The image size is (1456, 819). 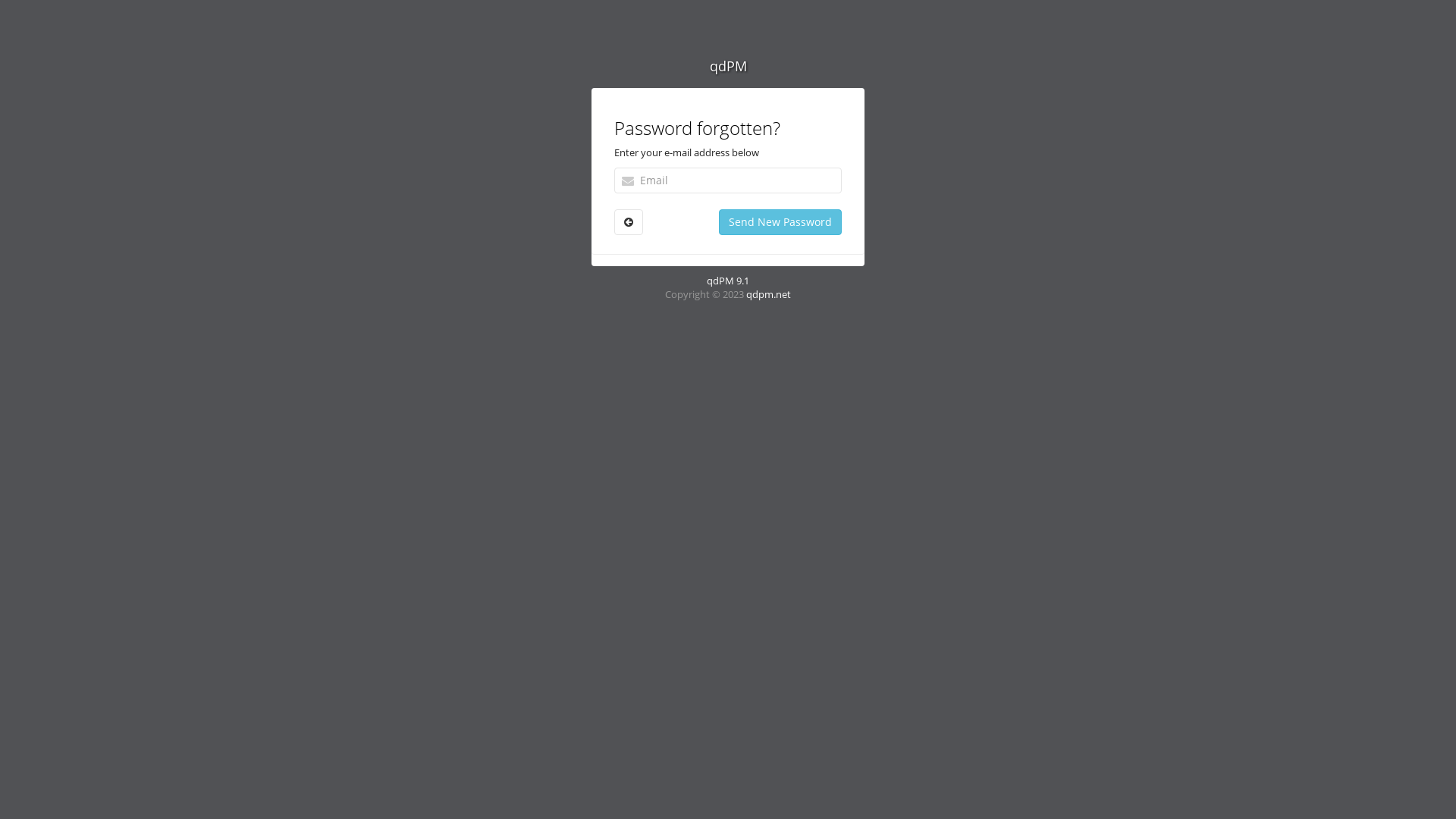 I want to click on 'qdPM 9.1', so click(x=705, y=281).